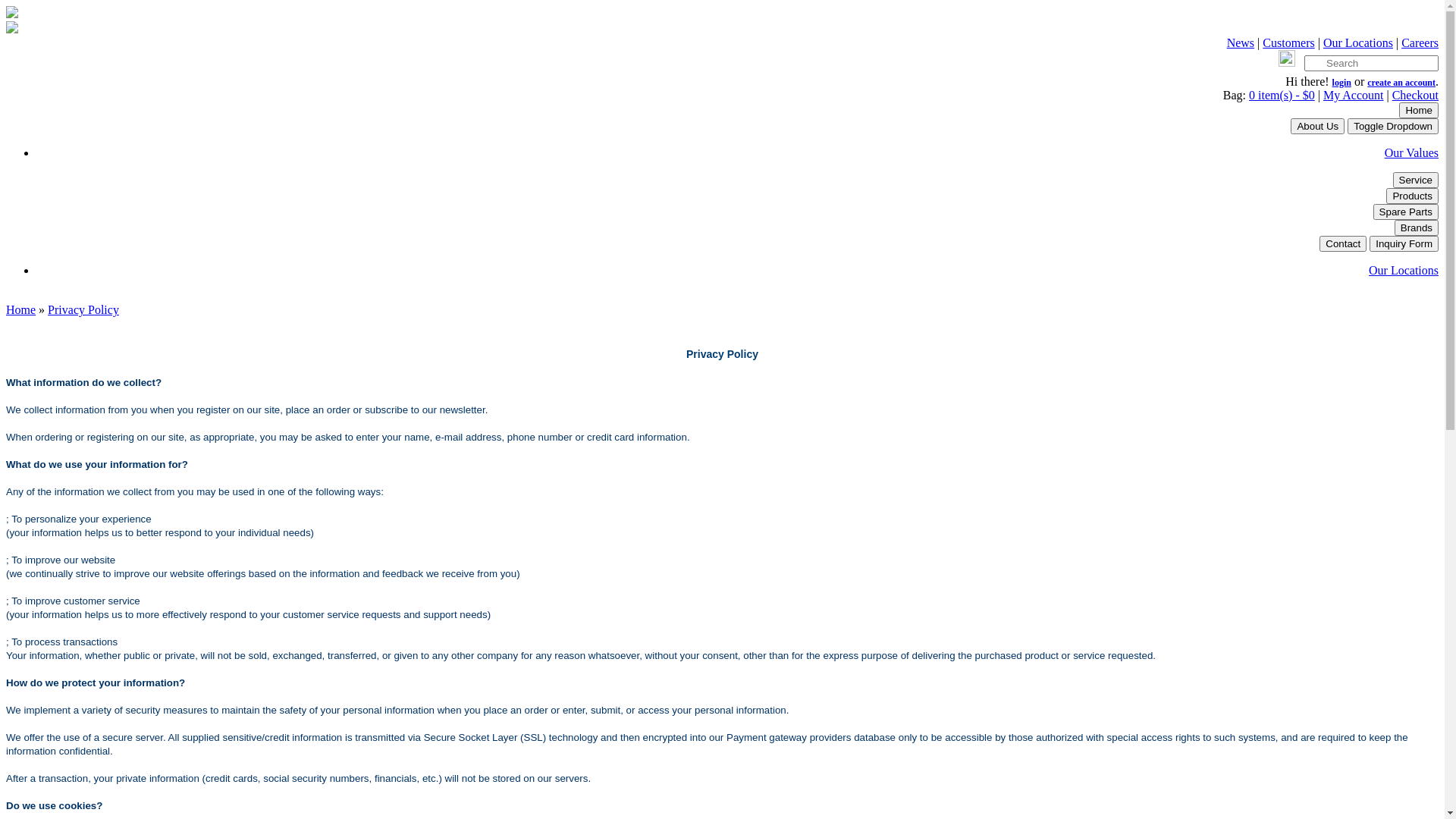 This screenshot has height=819, width=1456. What do you see at coordinates (1241, 42) in the screenshot?
I see `'News'` at bounding box center [1241, 42].